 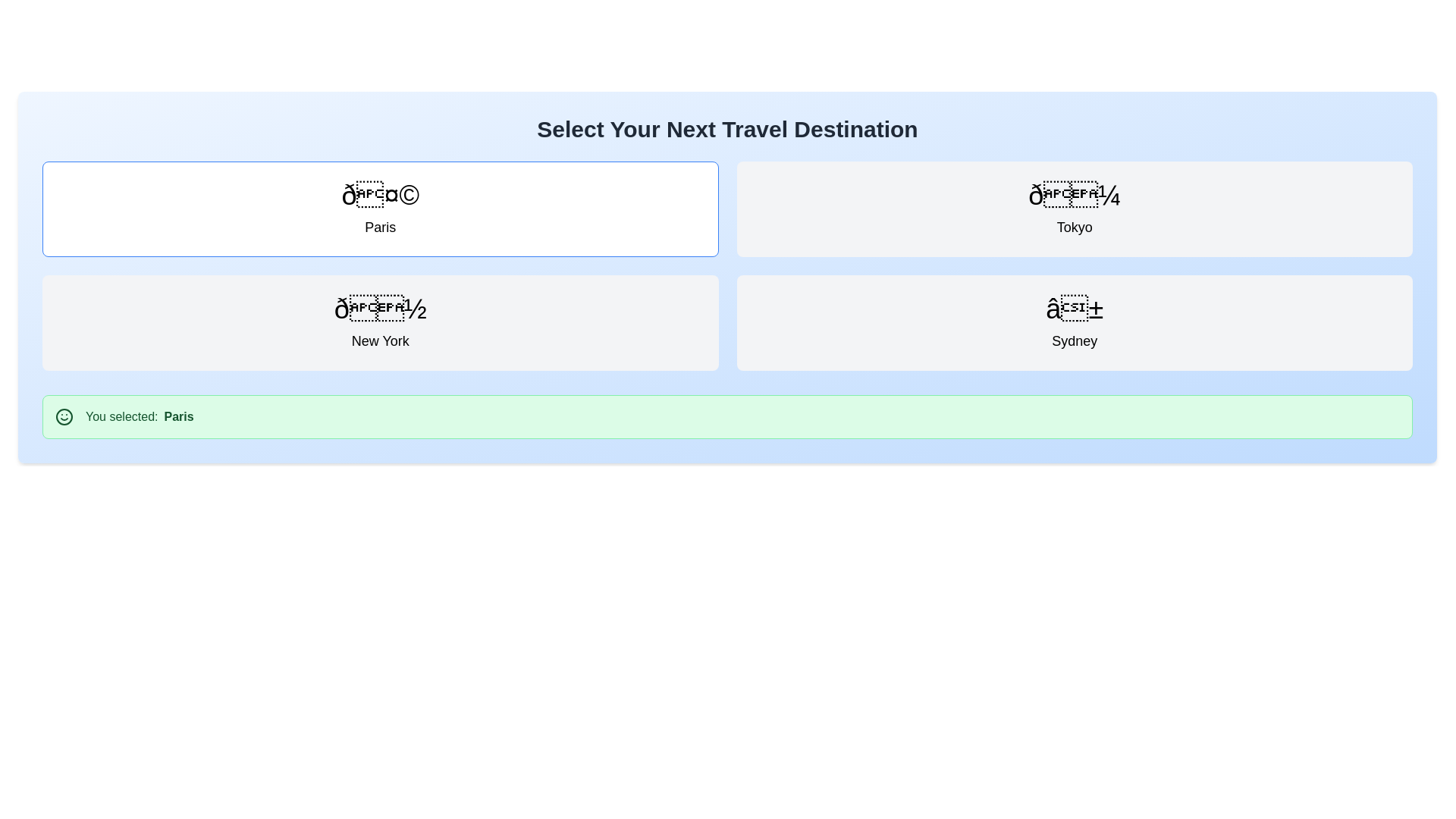 I want to click on the button labeled 'Sydney' that features a weather-related emoji, which is located in the second row and second column of the grid layout, so click(x=1074, y=322).